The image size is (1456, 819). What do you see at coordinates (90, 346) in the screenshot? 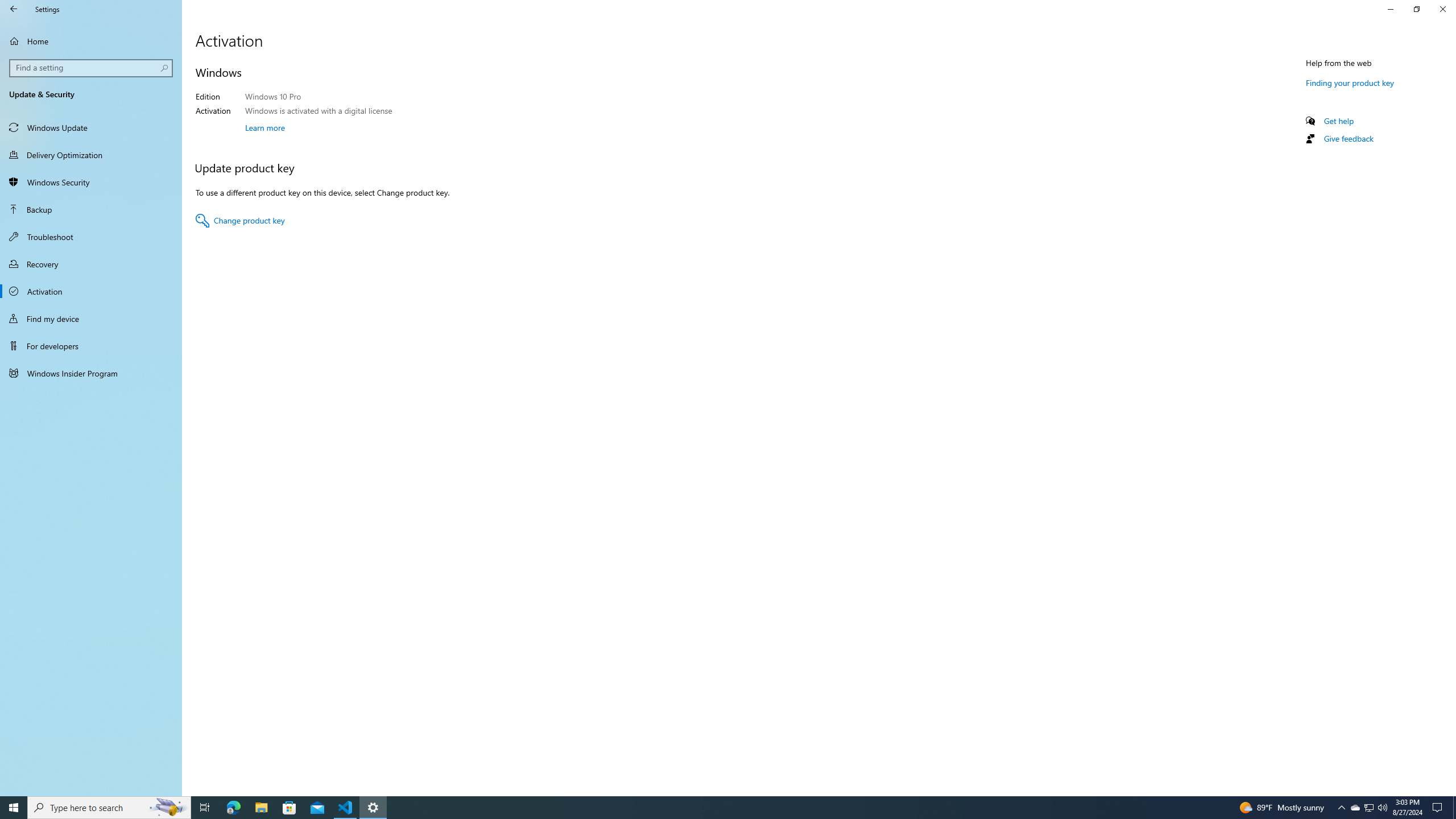
I see `'For developers'` at bounding box center [90, 346].